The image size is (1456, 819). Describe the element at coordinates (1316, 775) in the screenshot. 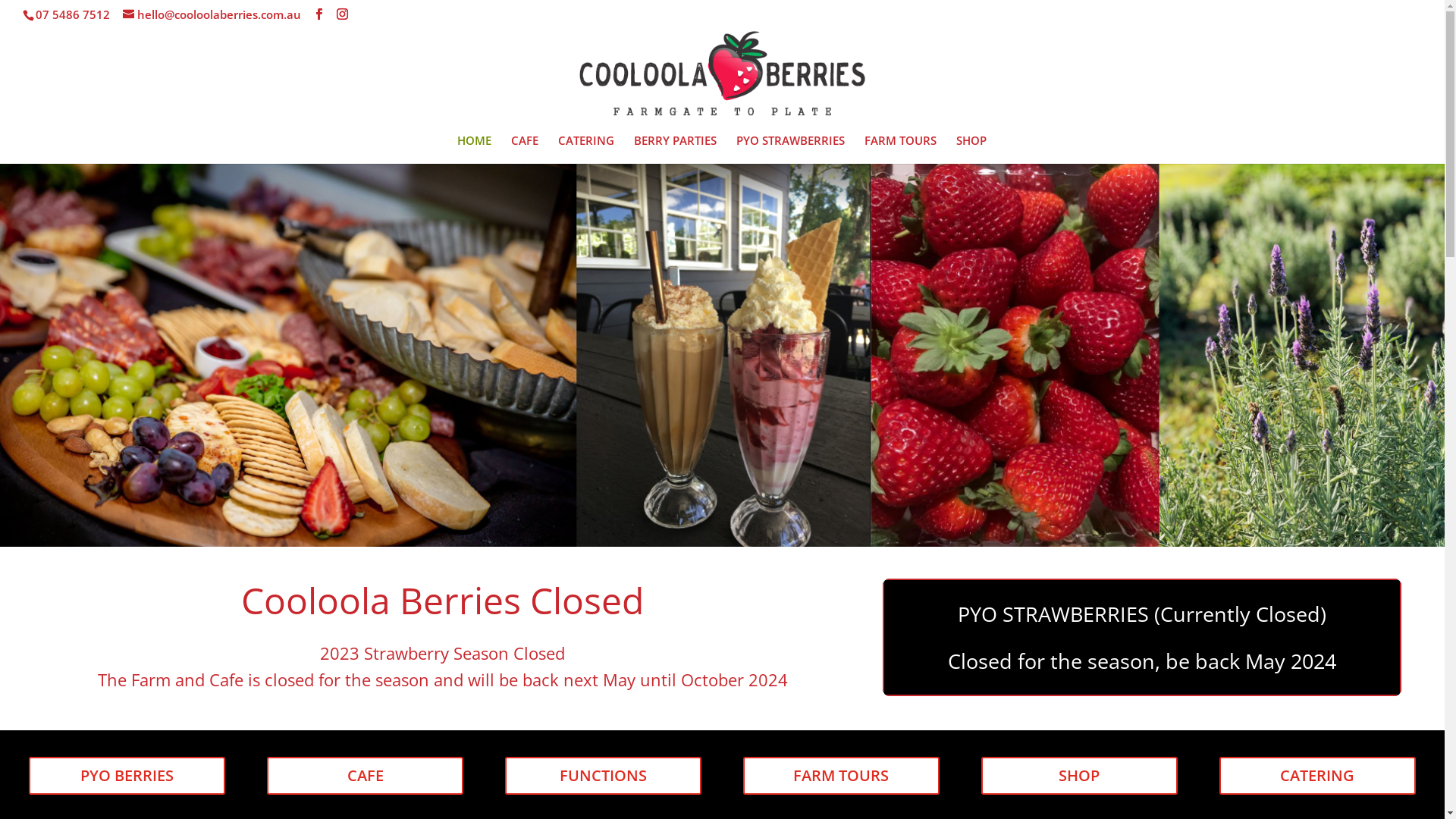

I see `'CATERING'` at that location.